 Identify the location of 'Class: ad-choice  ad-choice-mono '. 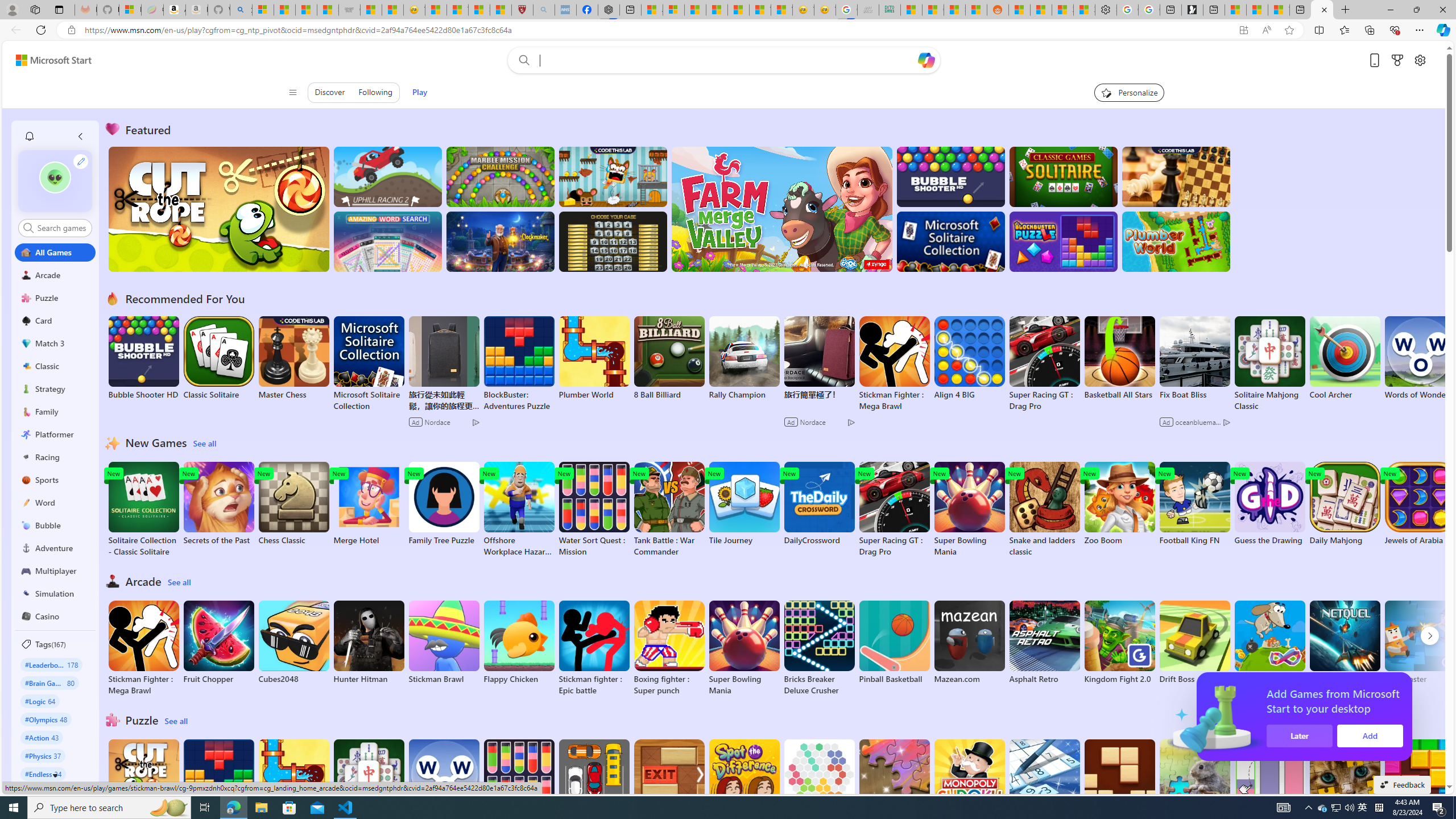
(1226, 422).